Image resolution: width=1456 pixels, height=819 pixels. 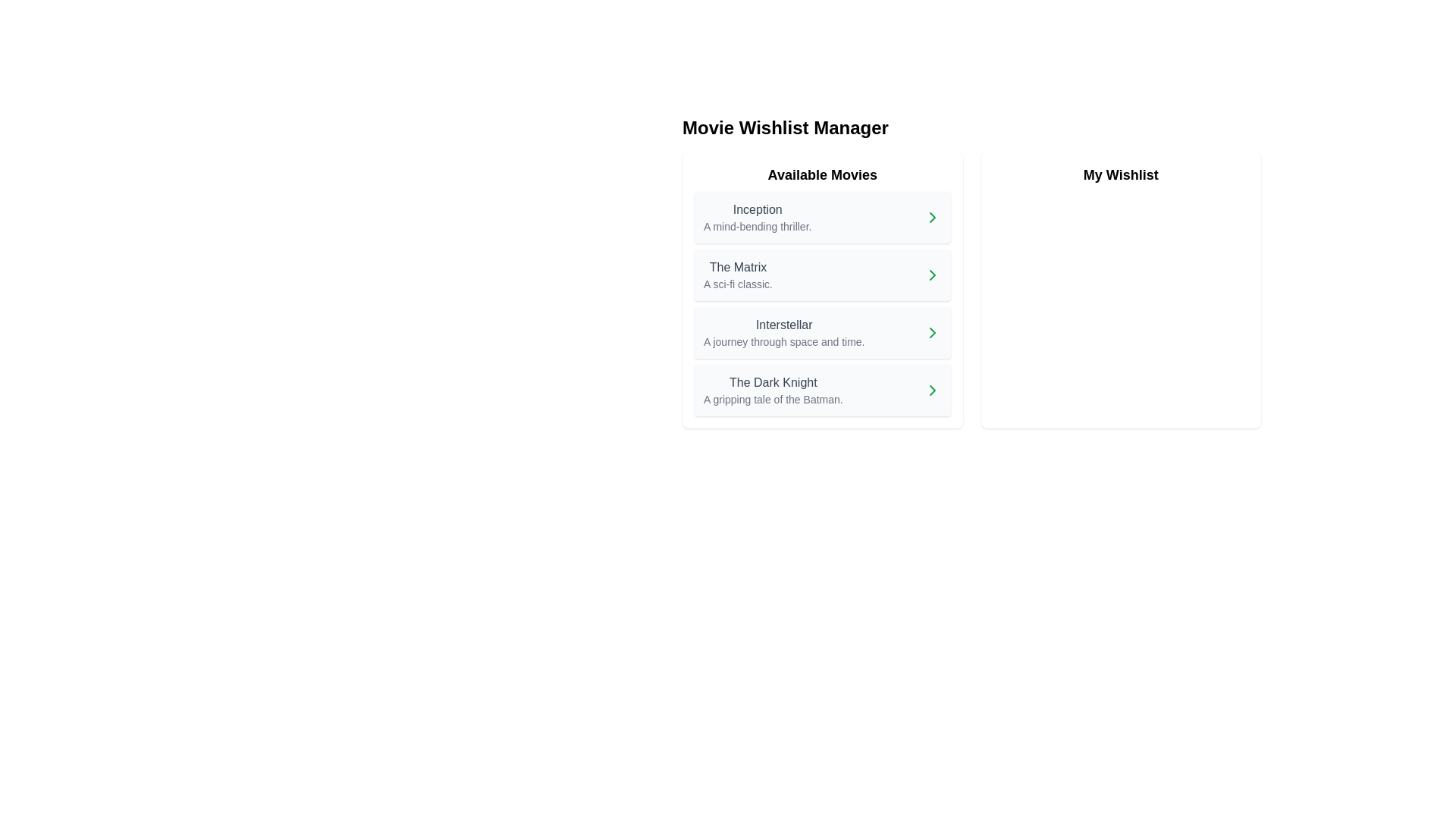 I want to click on the right-pointing green chevron icon button located at the far right of the movie item labeled 'Interstellar' in the 'Available Movies' section of the 'Movie Wishlist Manager' interface, so click(x=931, y=332).